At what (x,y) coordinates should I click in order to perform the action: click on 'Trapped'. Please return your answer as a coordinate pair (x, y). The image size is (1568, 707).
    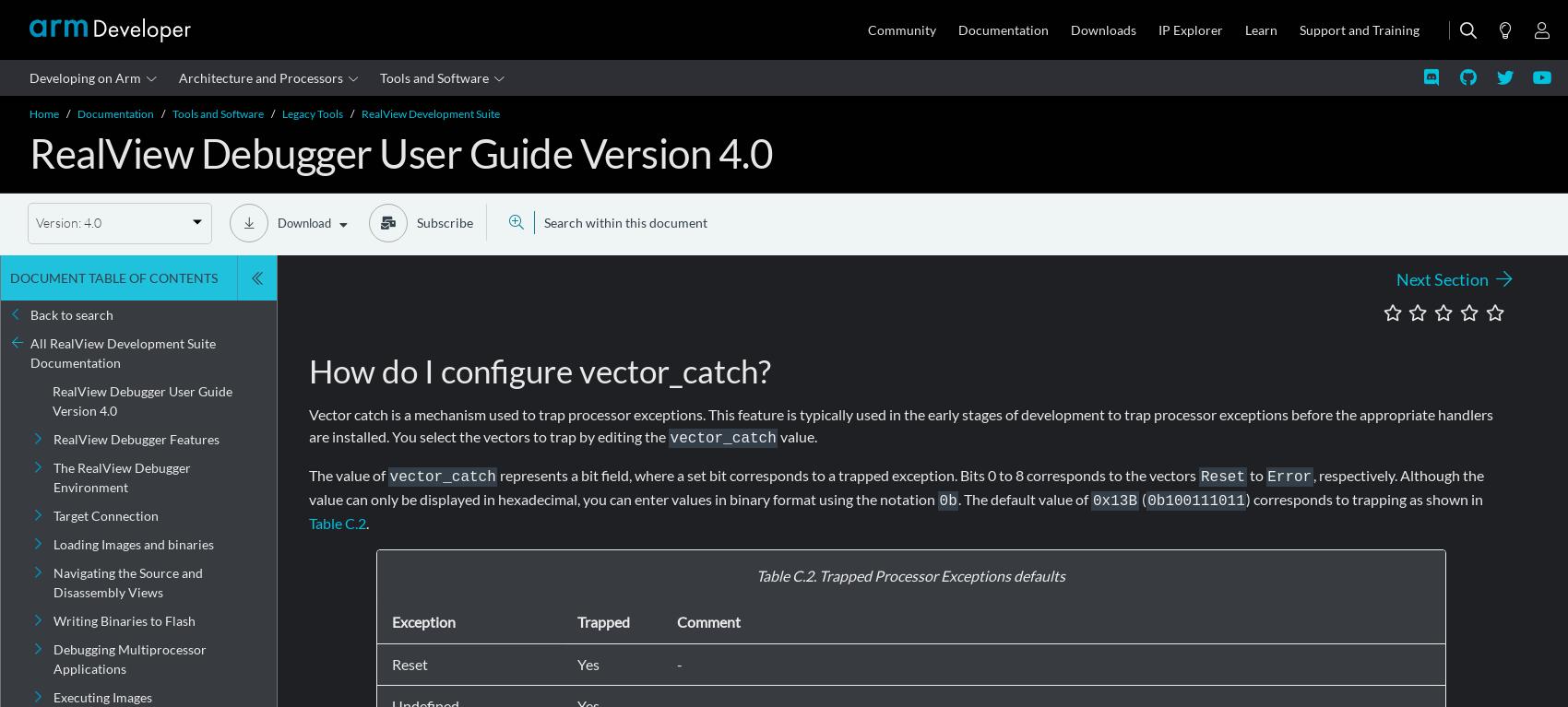
    Looking at the image, I should click on (603, 621).